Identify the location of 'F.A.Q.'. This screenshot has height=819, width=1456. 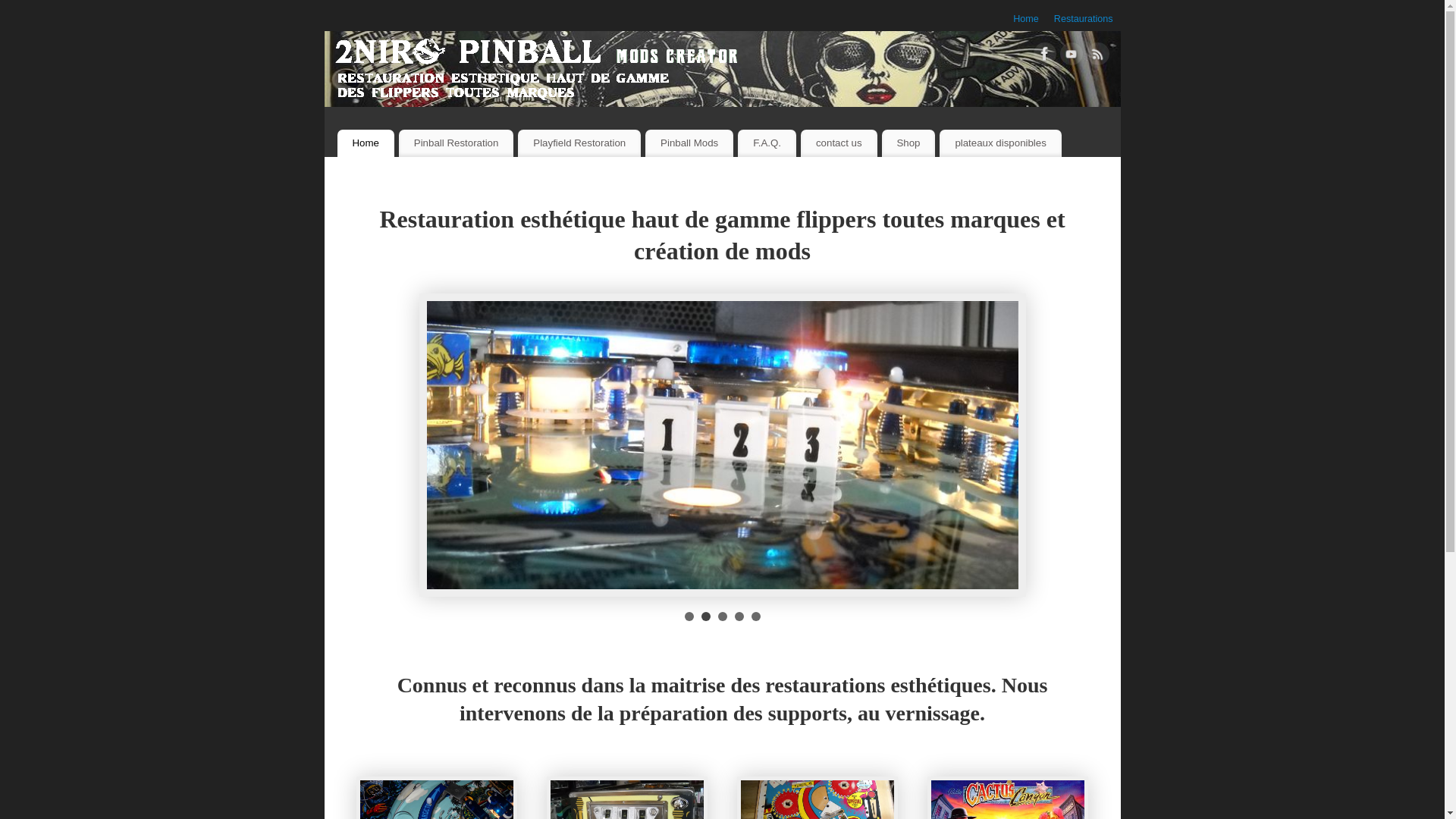
(767, 143).